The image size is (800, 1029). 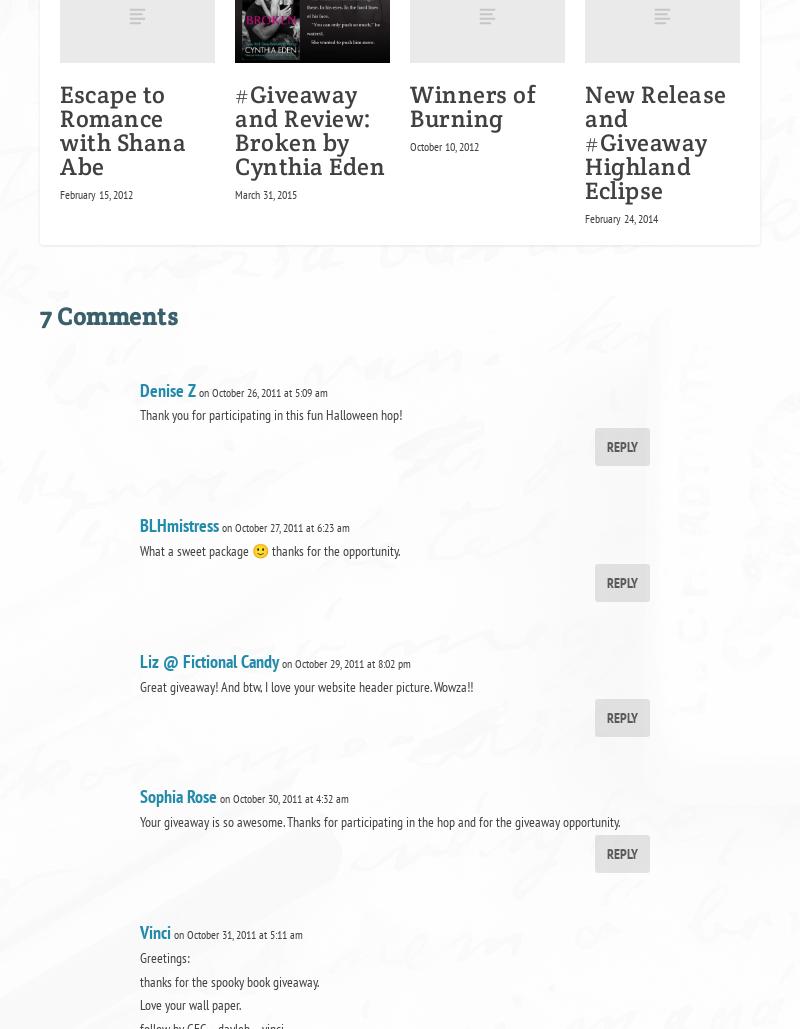 I want to click on 'on October 27, 2011 at 6:23 am', so click(x=222, y=526).